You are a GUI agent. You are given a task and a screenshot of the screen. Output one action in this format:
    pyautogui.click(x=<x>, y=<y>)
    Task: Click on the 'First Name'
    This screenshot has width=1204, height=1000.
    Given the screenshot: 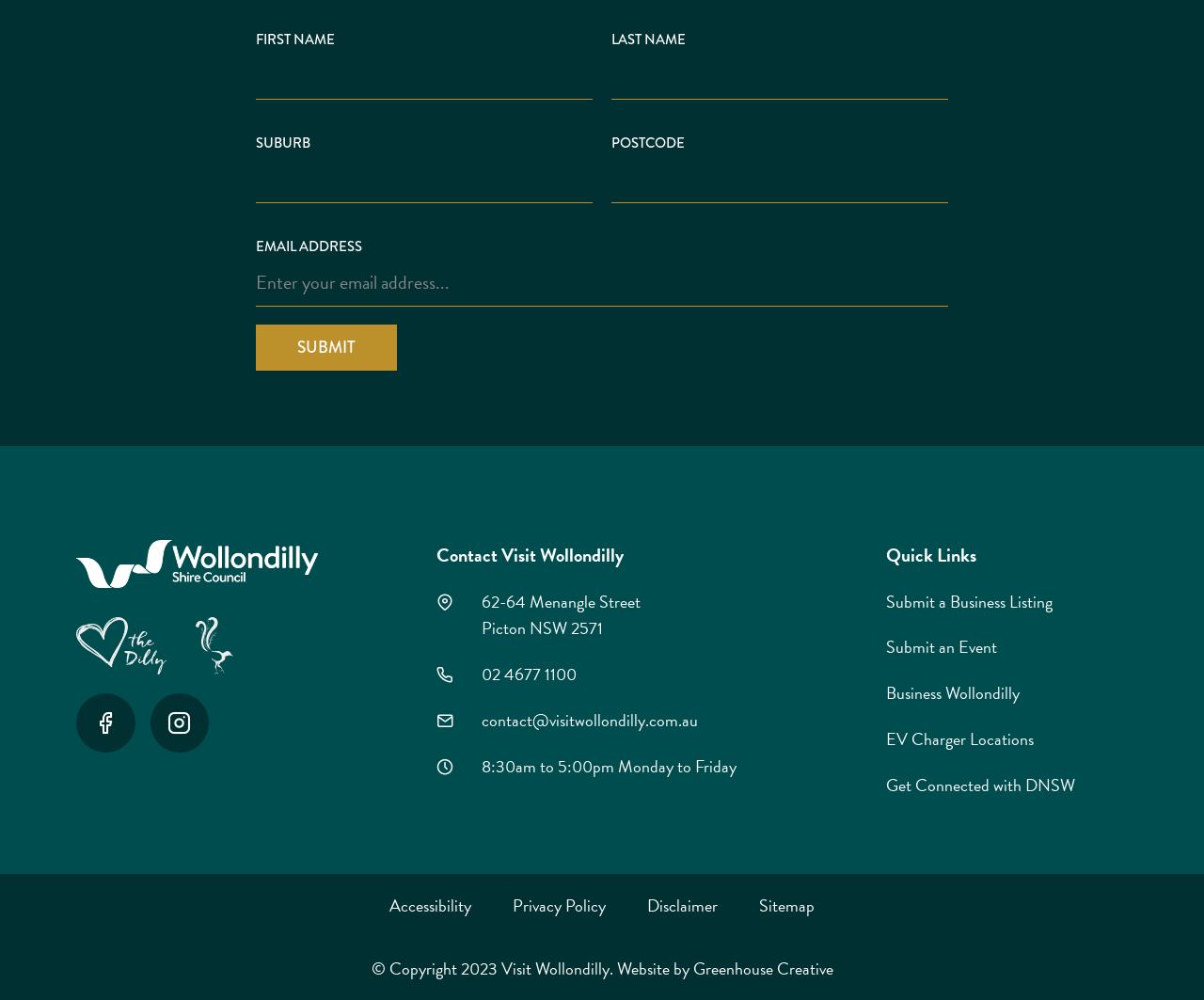 What is the action you would take?
    pyautogui.click(x=255, y=39)
    